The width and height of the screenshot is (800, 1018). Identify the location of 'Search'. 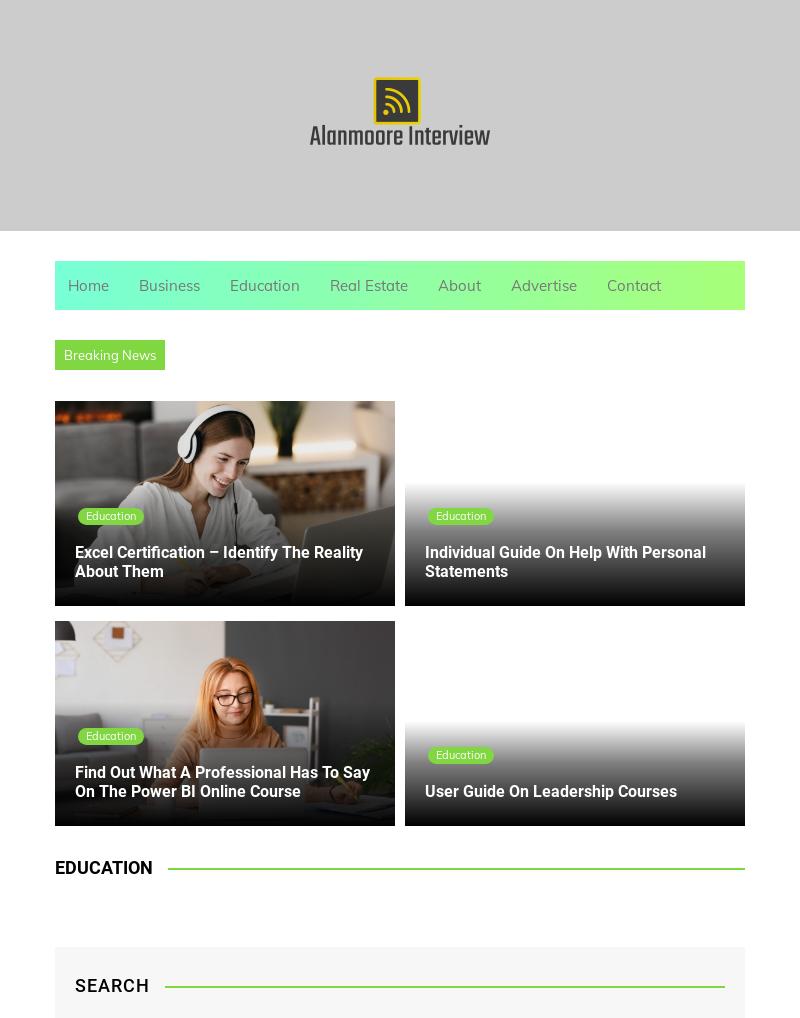
(111, 984).